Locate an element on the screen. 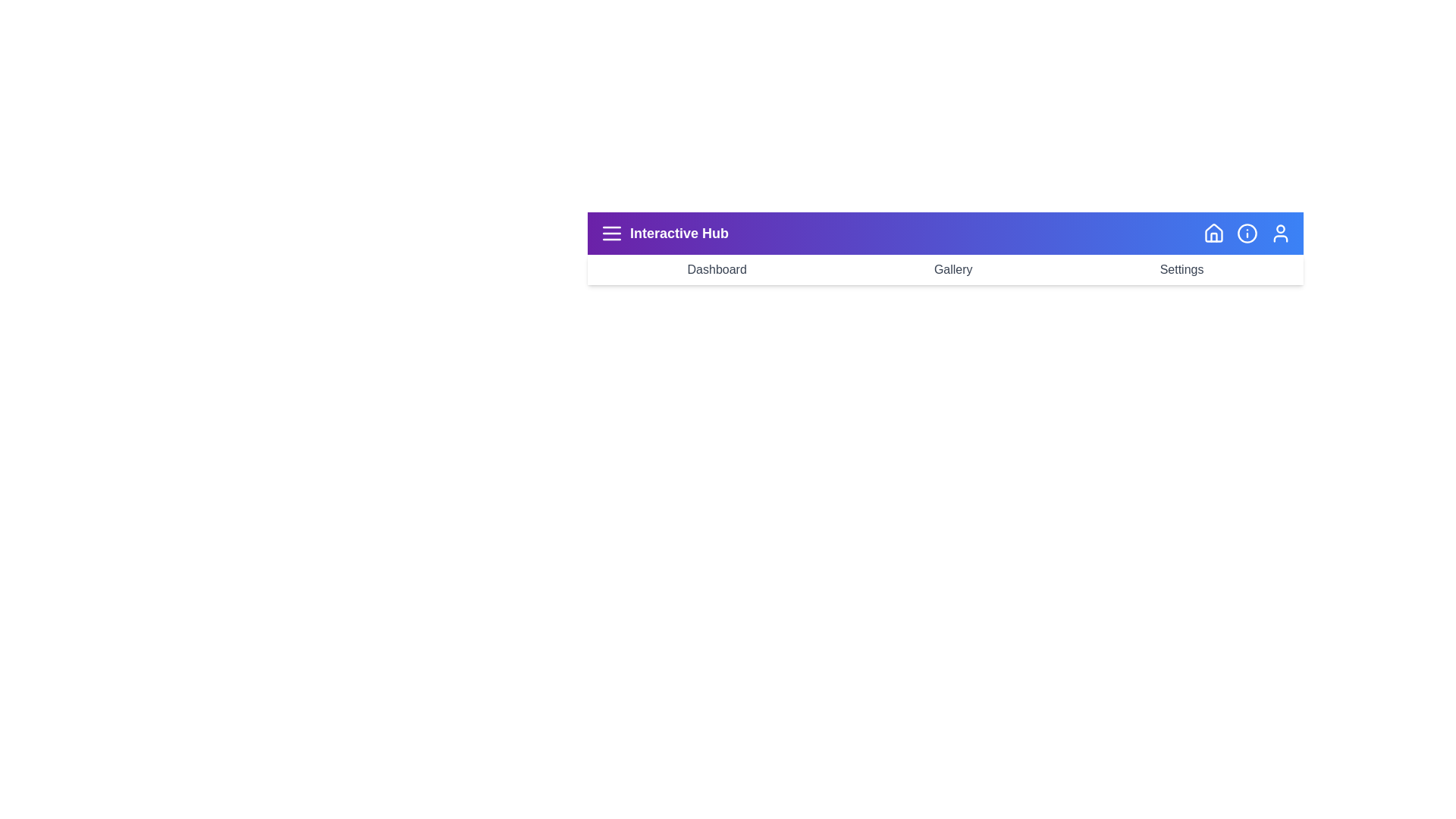  the navigation button labeled Settings to navigate to the corresponding page is located at coordinates (1181, 268).